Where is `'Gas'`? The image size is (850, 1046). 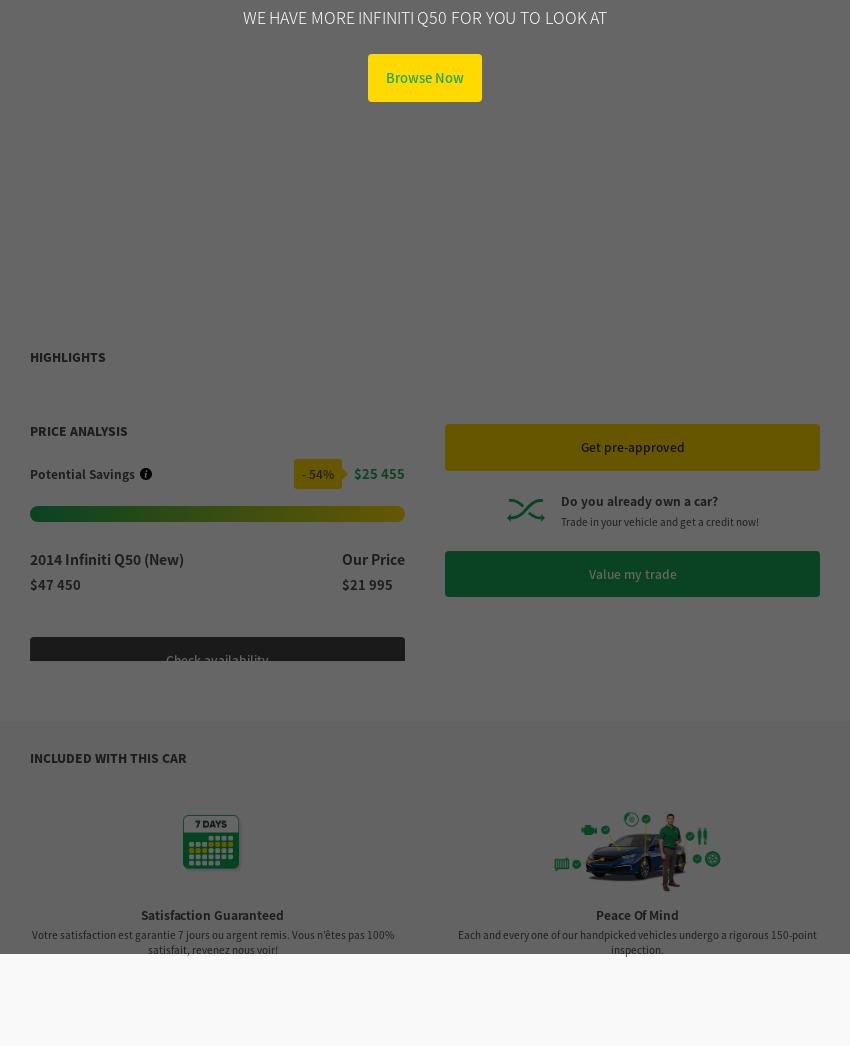
'Gas' is located at coordinates (635, 925).